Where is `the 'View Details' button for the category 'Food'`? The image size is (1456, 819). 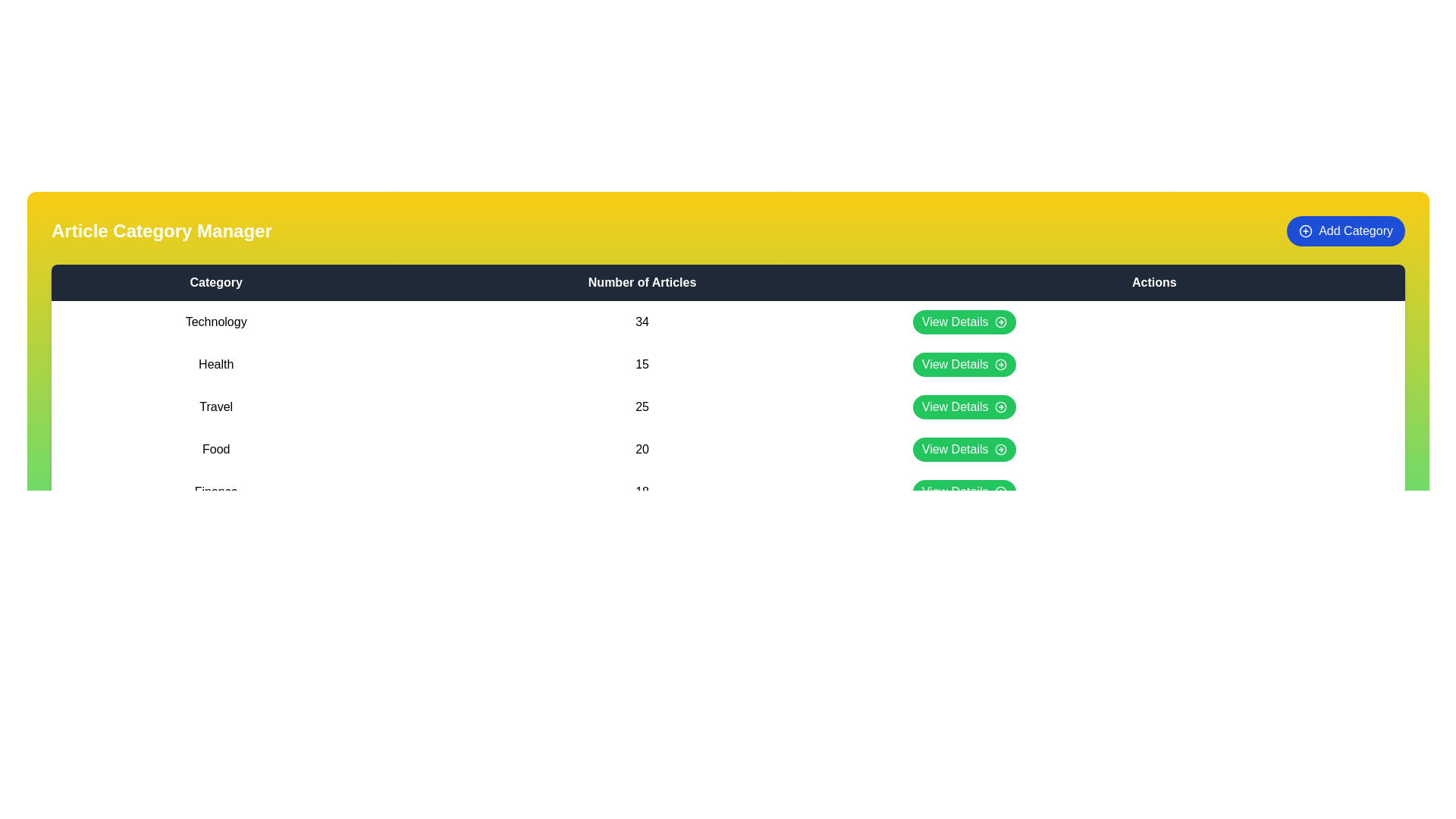
the 'View Details' button for the category 'Food' is located at coordinates (963, 449).